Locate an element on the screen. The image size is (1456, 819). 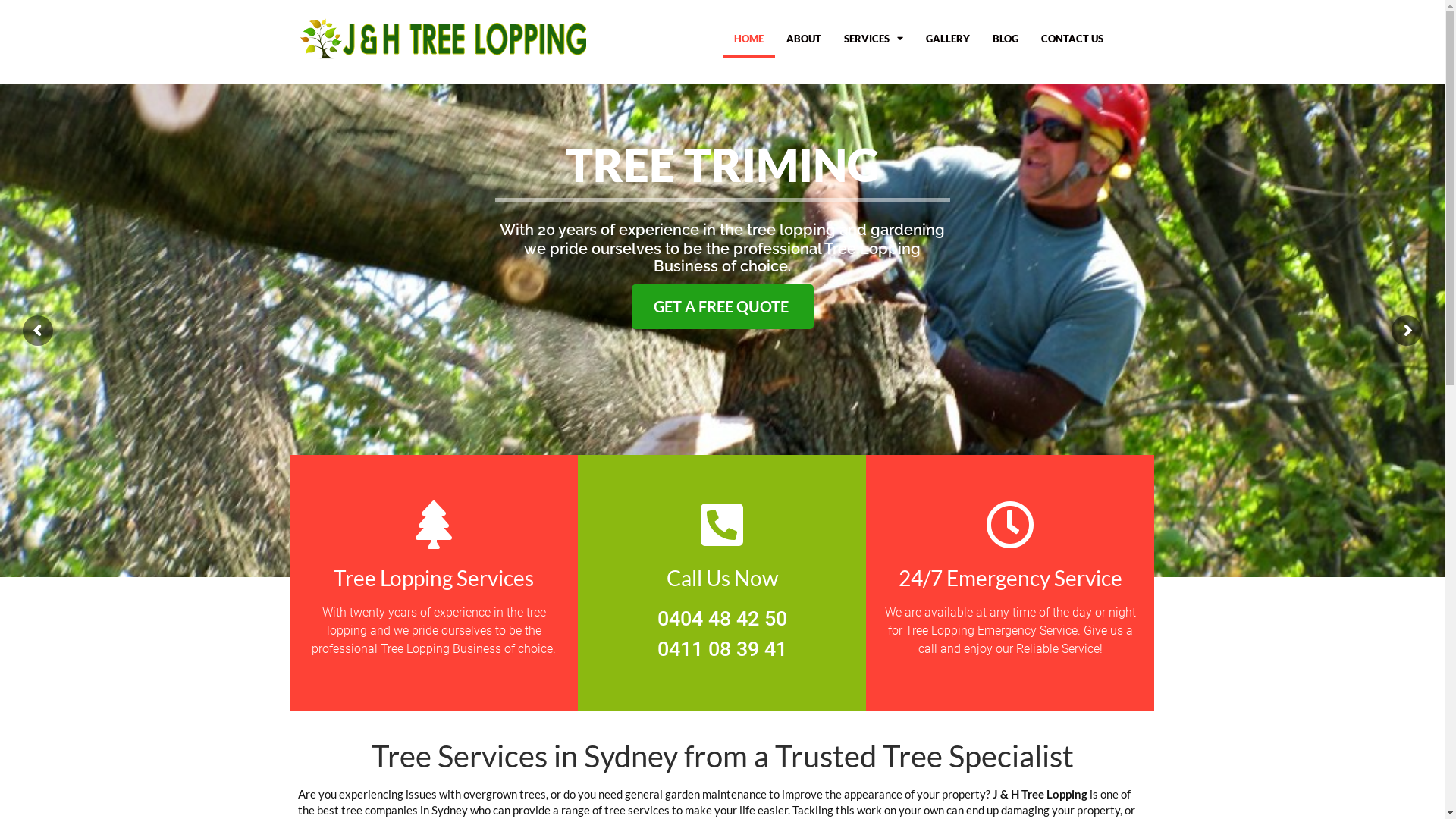
'ABOUT' is located at coordinates (803, 37).